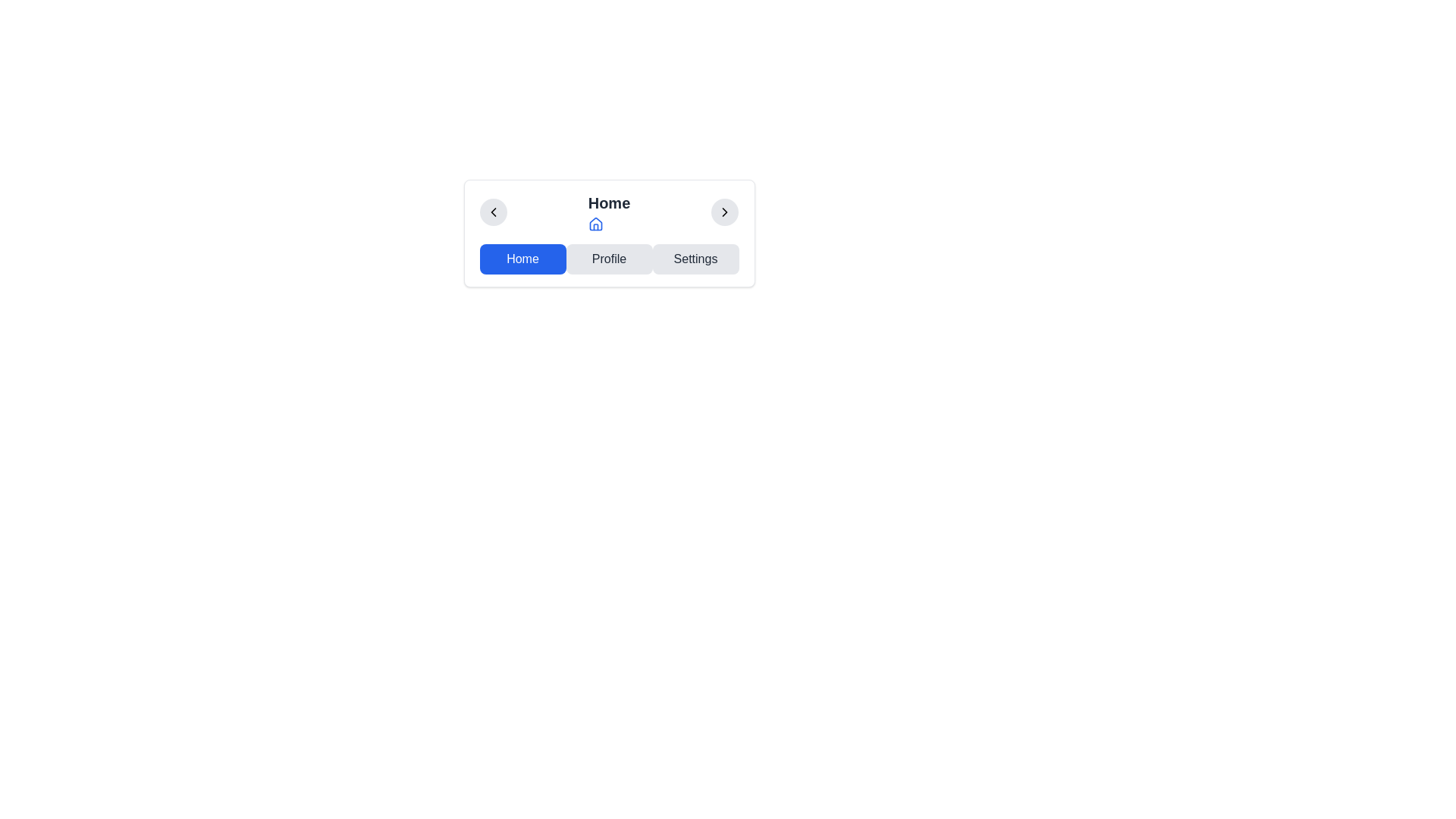 Image resolution: width=1456 pixels, height=819 pixels. What do you see at coordinates (557, 212) in the screenshot?
I see `slider` at bounding box center [557, 212].